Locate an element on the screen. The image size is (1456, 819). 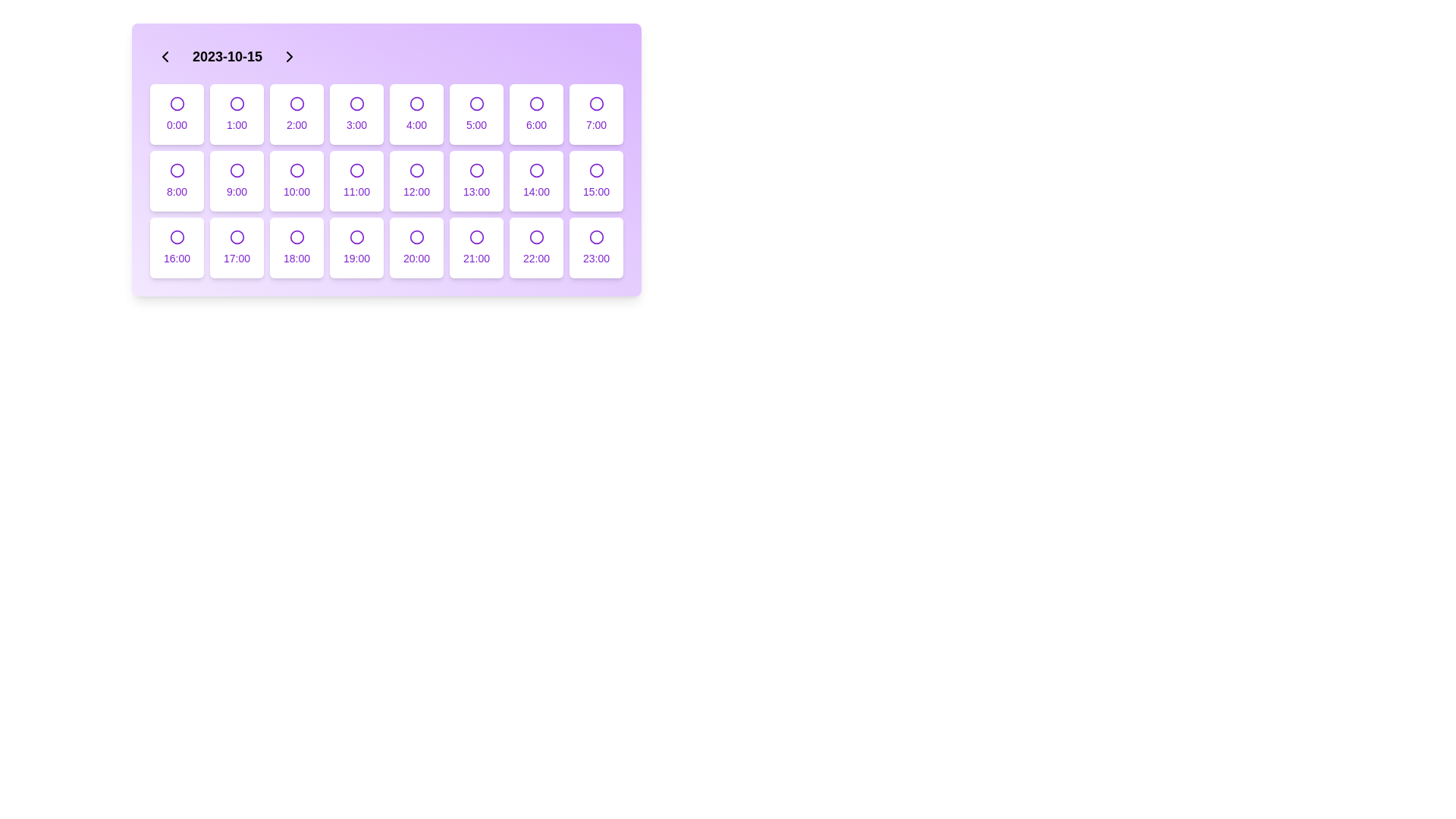
the SVG Circle within the button labeled '16:00' is located at coordinates (177, 237).